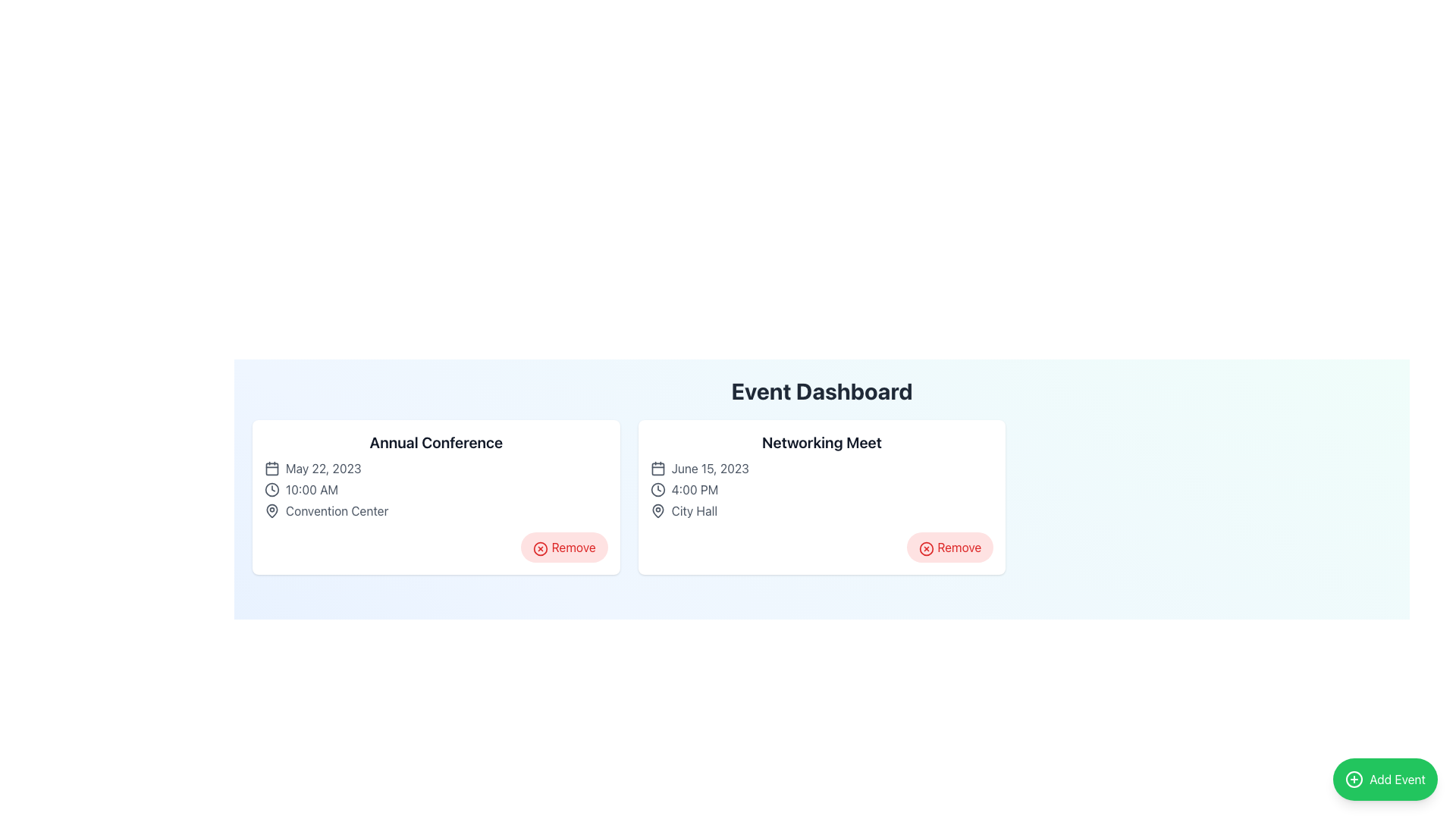 Image resolution: width=1456 pixels, height=819 pixels. What do you see at coordinates (311, 489) in the screenshot?
I see `displayed time from the text label showing '10:00 AM' next to the clock icon under the 'Annual Conference' heading in the 'Event Dashboard'` at bounding box center [311, 489].